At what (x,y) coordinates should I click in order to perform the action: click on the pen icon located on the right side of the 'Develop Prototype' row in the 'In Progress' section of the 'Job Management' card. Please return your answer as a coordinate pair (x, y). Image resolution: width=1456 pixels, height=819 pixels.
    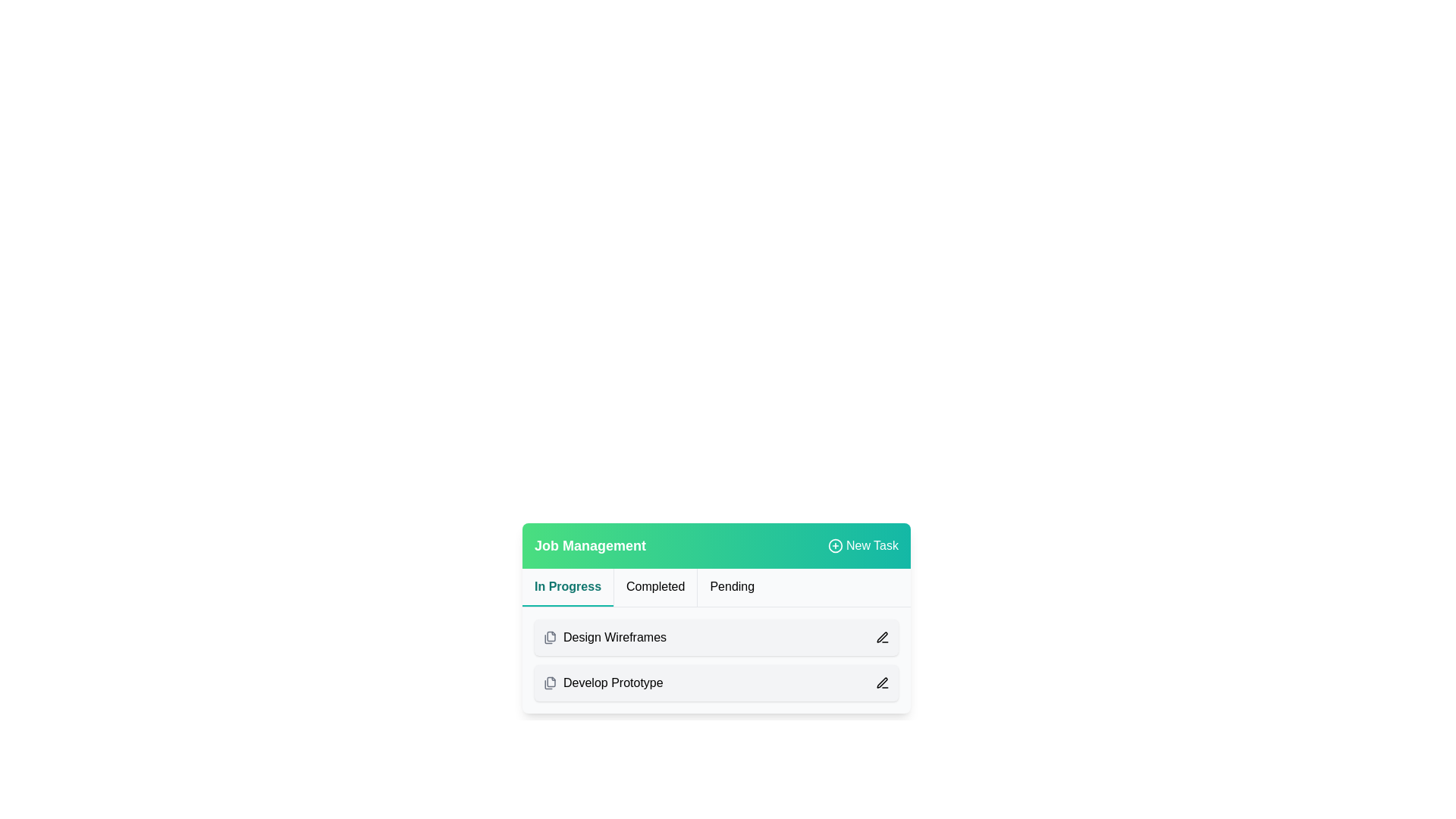
    Looking at the image, I should click on (882, 637).